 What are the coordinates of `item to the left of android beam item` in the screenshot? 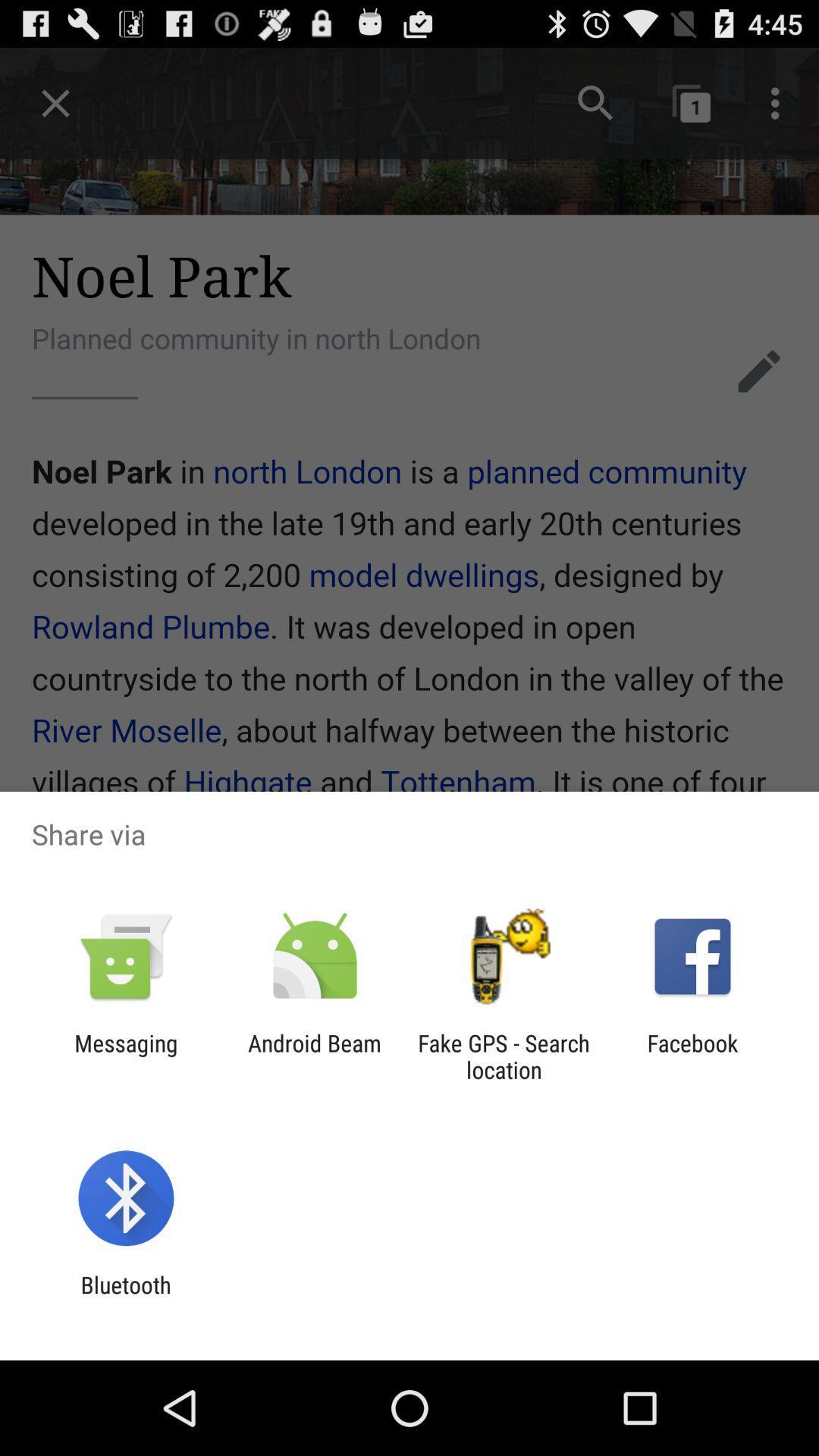 It's located at (125, 1056).